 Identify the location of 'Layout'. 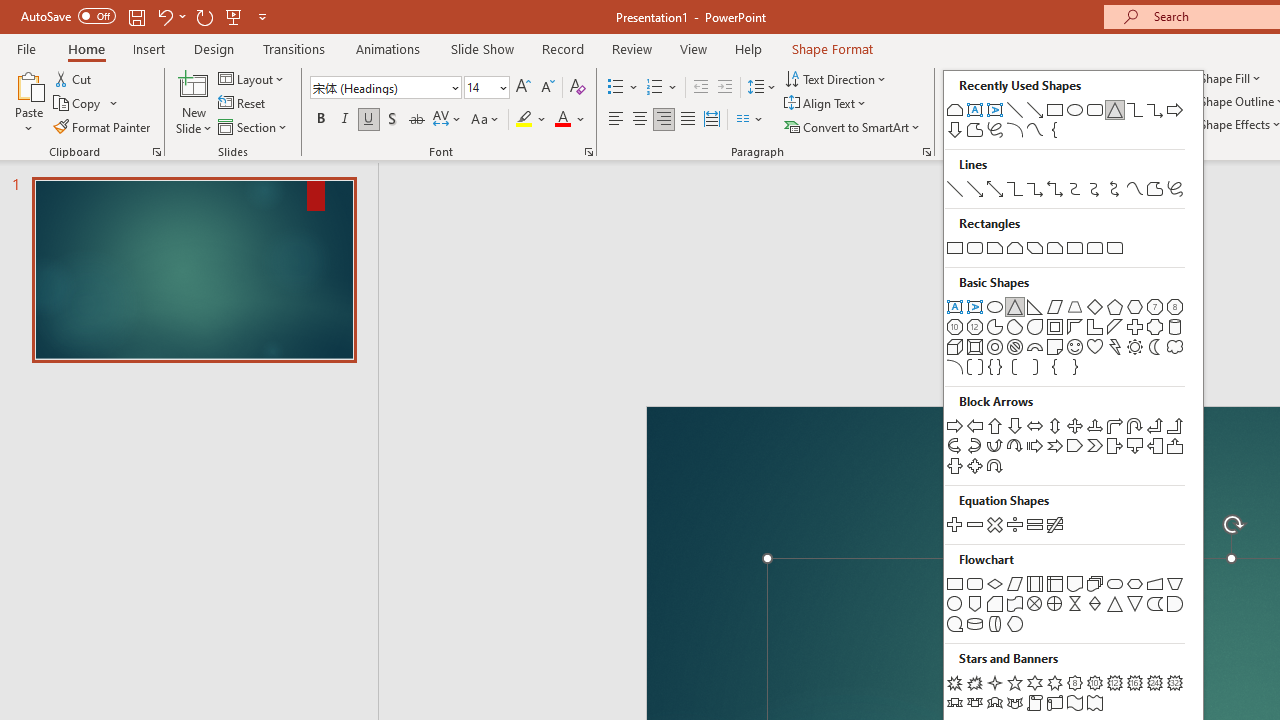
(251, 78).